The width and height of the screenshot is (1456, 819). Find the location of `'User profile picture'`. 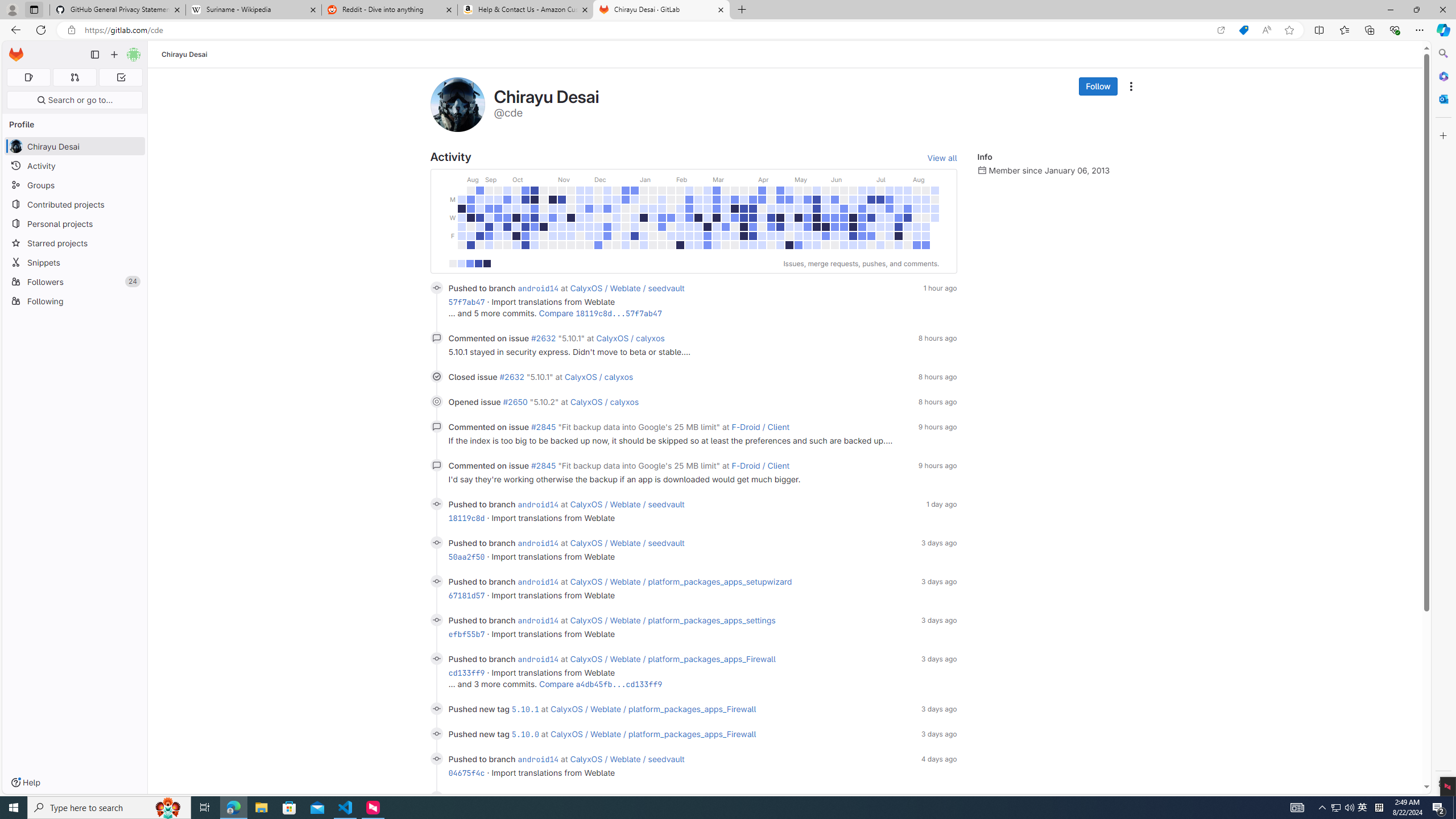

'User profile picture' is located at coordinates (457, 104).